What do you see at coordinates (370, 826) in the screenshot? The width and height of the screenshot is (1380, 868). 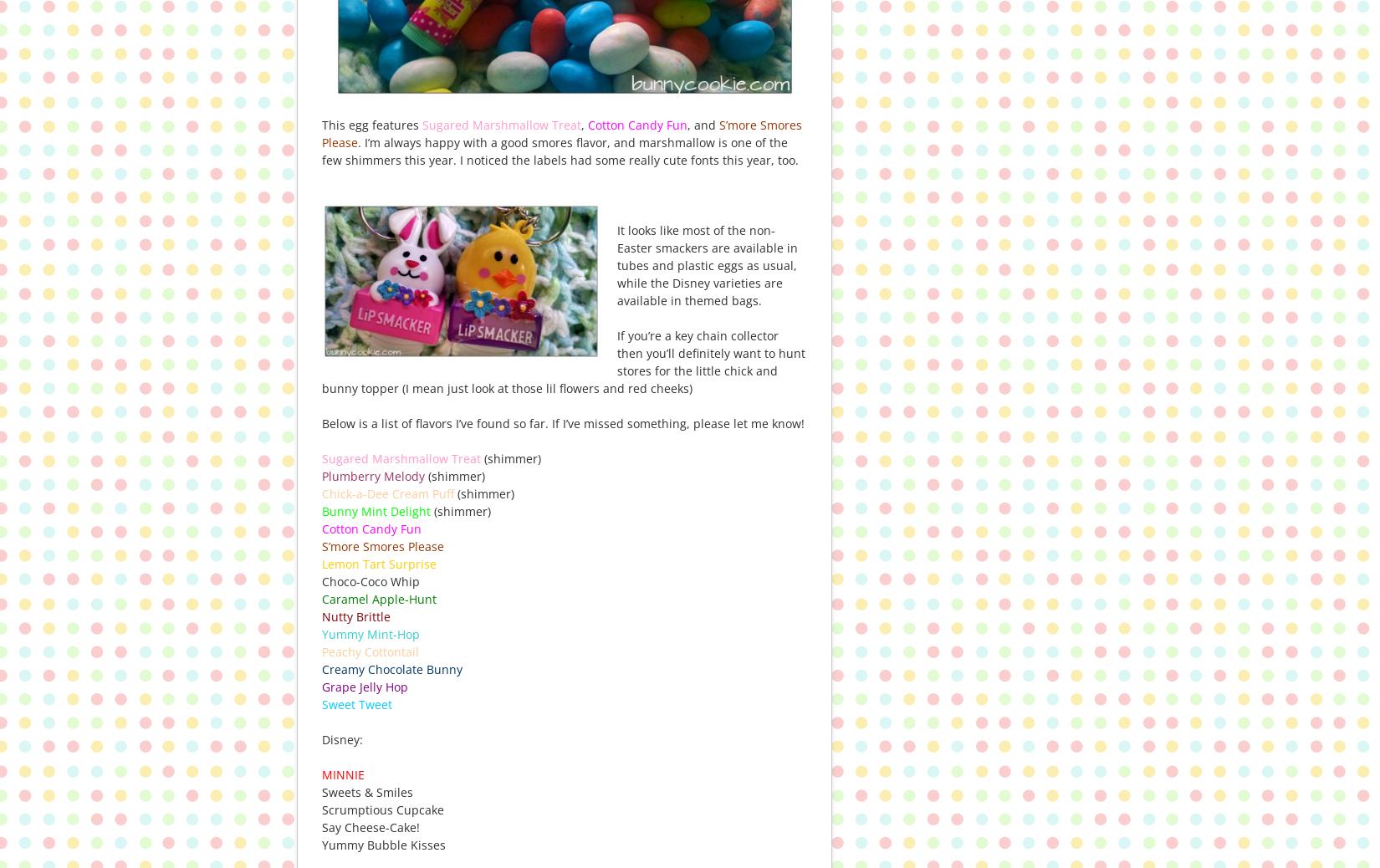 I see `'Say Cheese-Cake!'` at bounding box center [370, 826].